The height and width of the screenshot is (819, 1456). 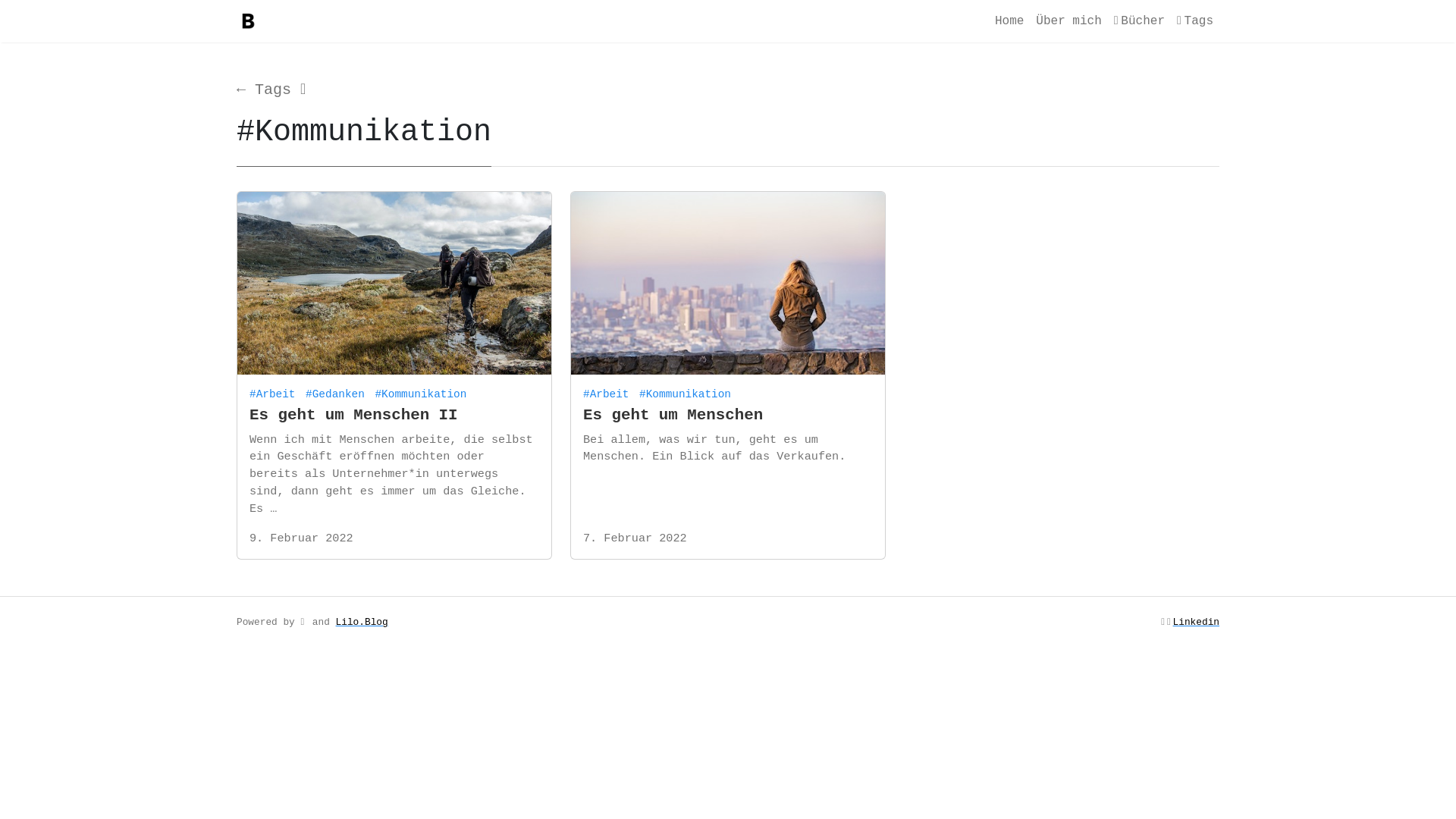 What do you see at coordinates (686, 390) in the screenshot?
I see `'#Kommunikation'` at bounding box center [686, 390].